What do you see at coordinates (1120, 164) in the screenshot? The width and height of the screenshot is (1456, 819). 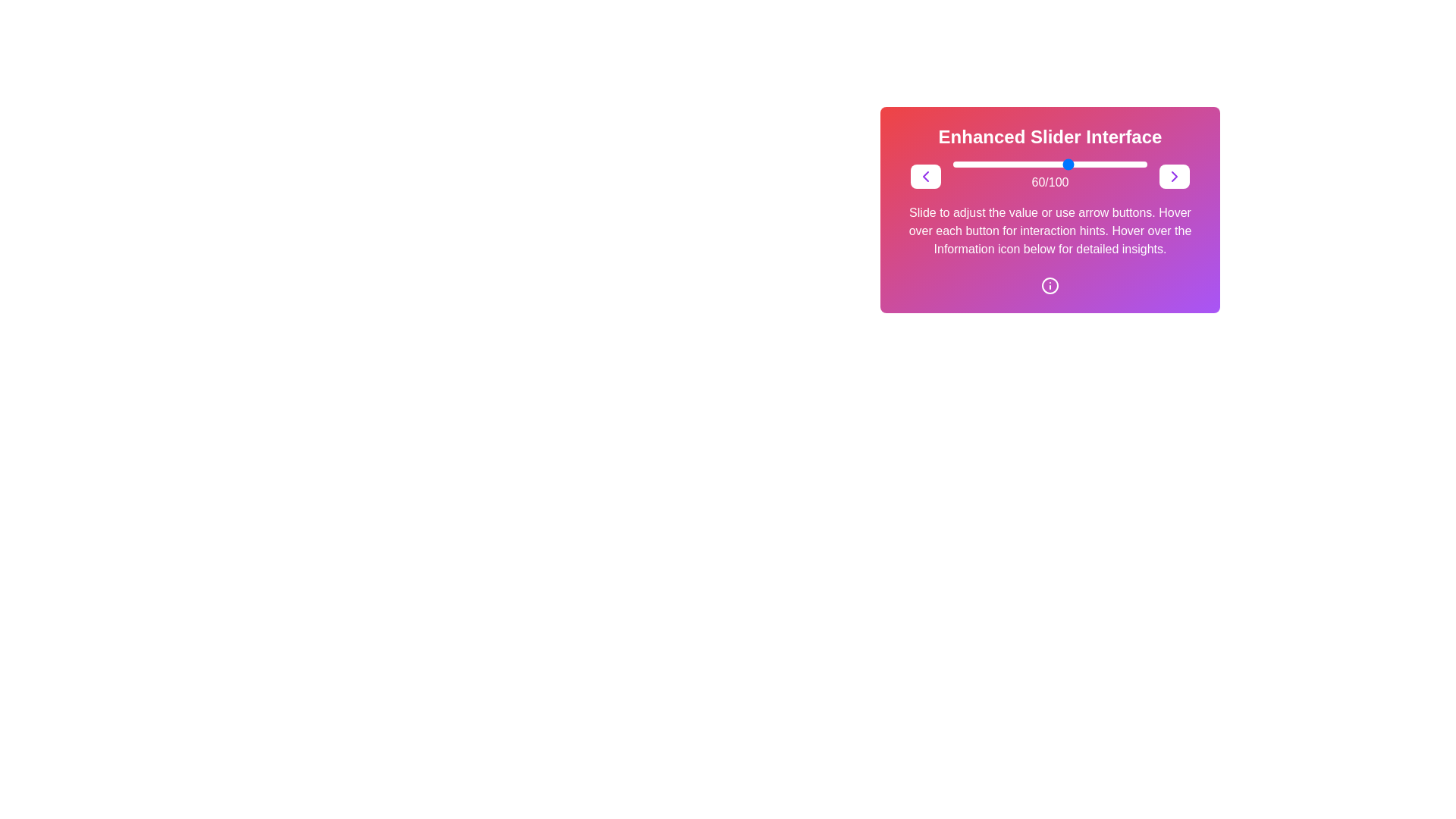 I see `the slider` at bounding box center [1120, 164].